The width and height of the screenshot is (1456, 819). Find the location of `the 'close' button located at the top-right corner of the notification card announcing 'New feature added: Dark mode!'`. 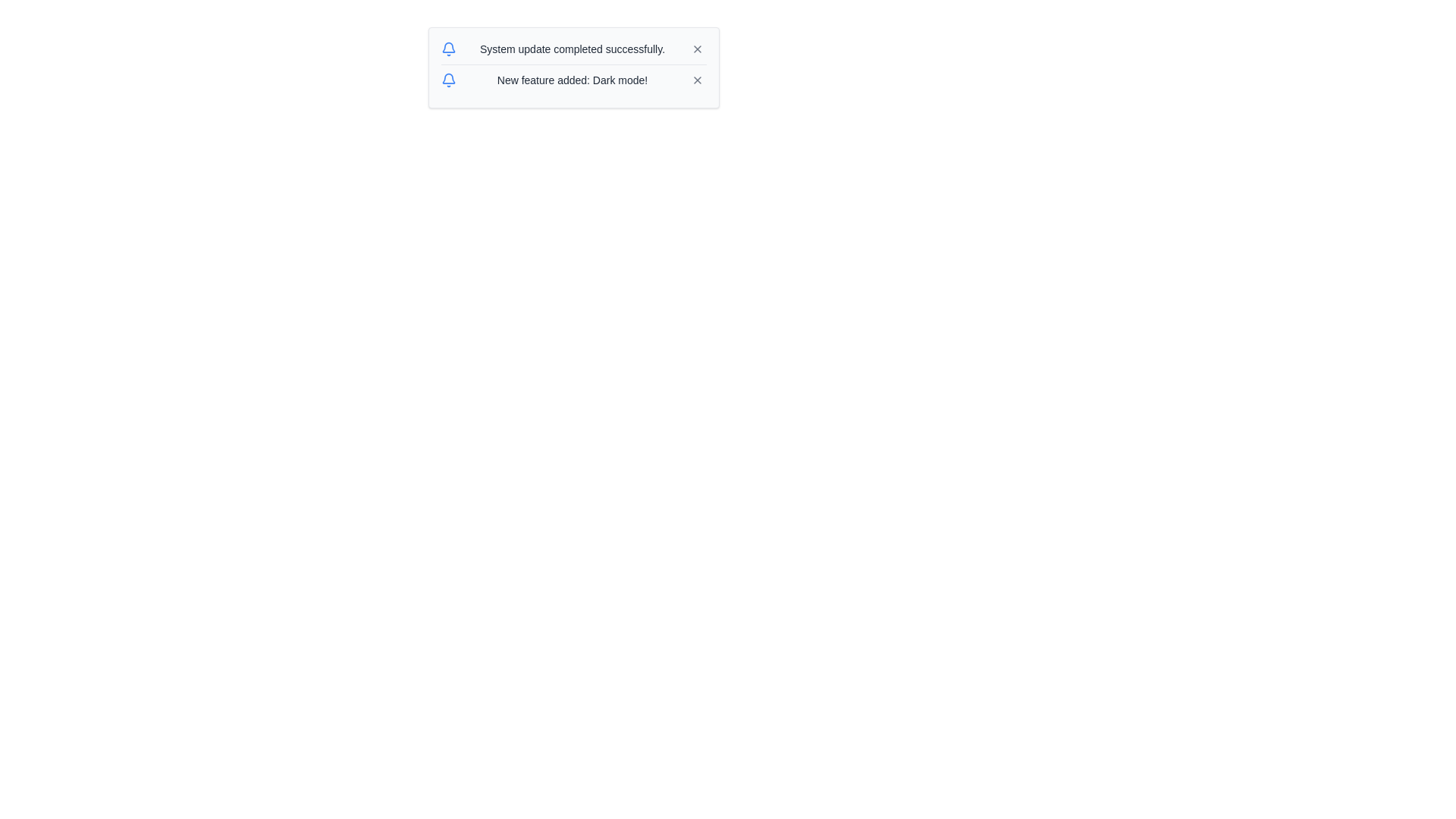

the 'close' button located at the top-right corner of the notification card announcing 'New feature added: Dark mode!' is located at coordinates (697, 80).